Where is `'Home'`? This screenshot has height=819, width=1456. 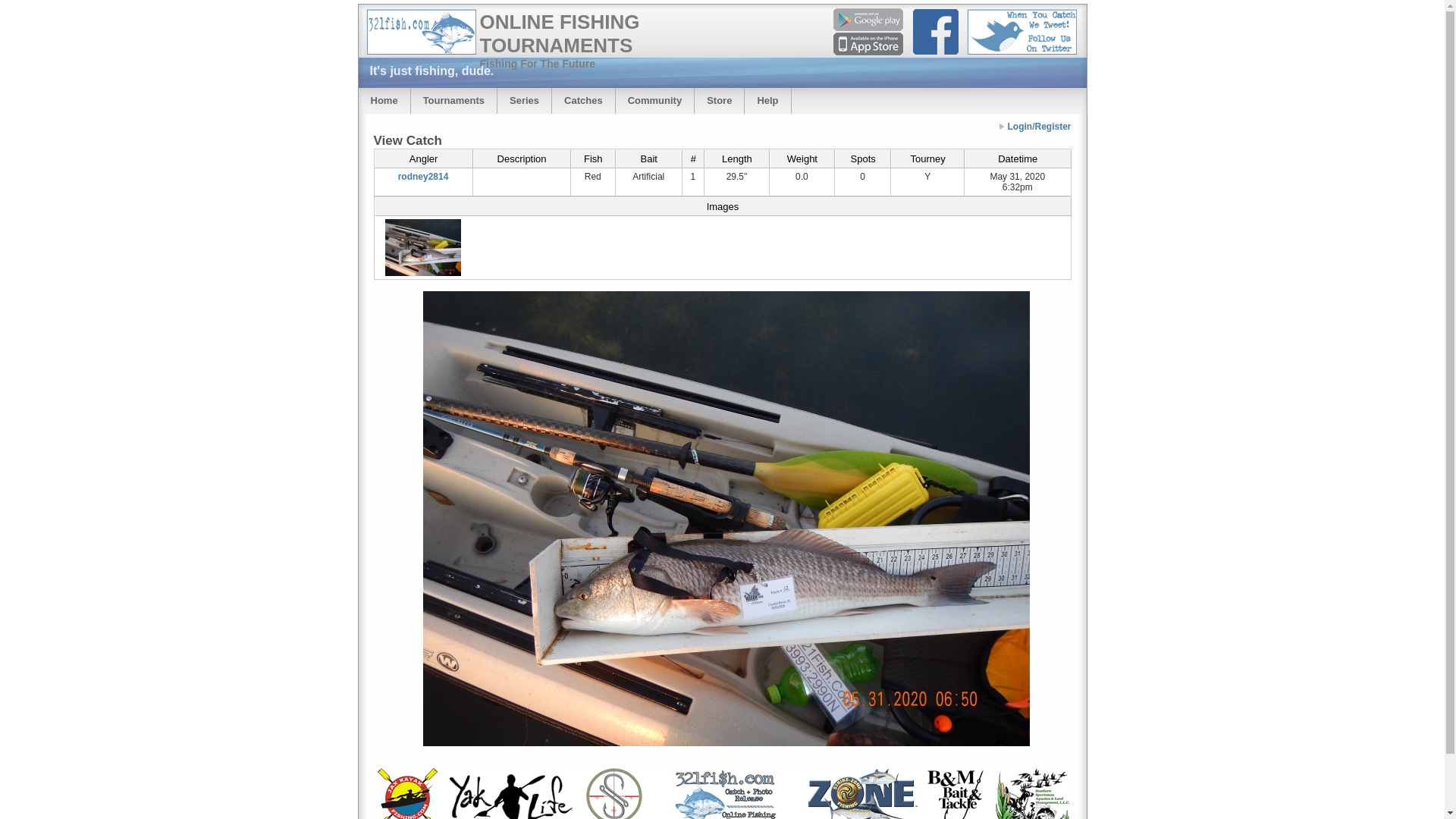
'Home' is located at coordinates (356, 100).